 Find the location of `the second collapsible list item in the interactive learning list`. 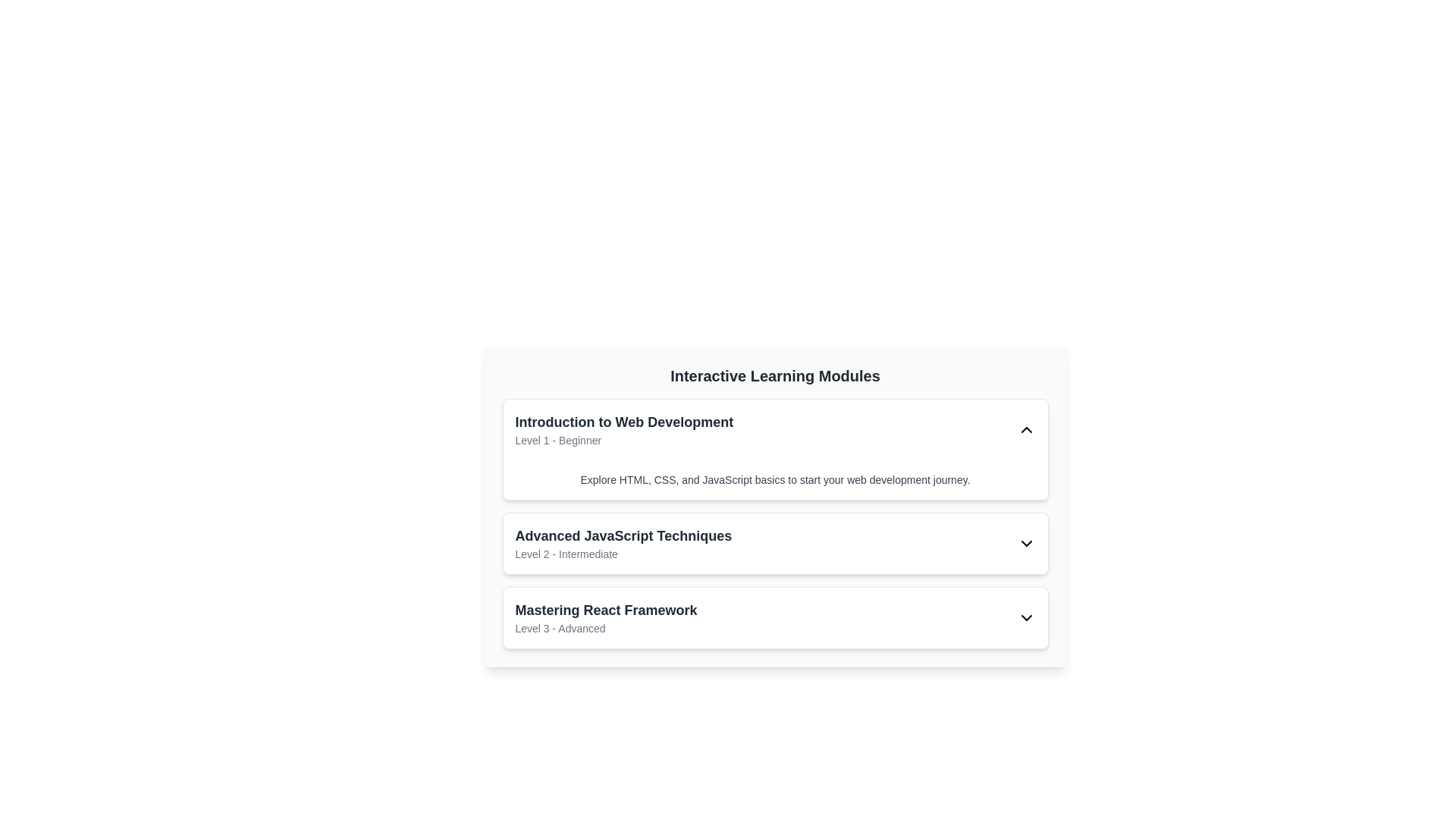

the second collapsible list item in the interactive learning list is located at coordinates (775, 543).